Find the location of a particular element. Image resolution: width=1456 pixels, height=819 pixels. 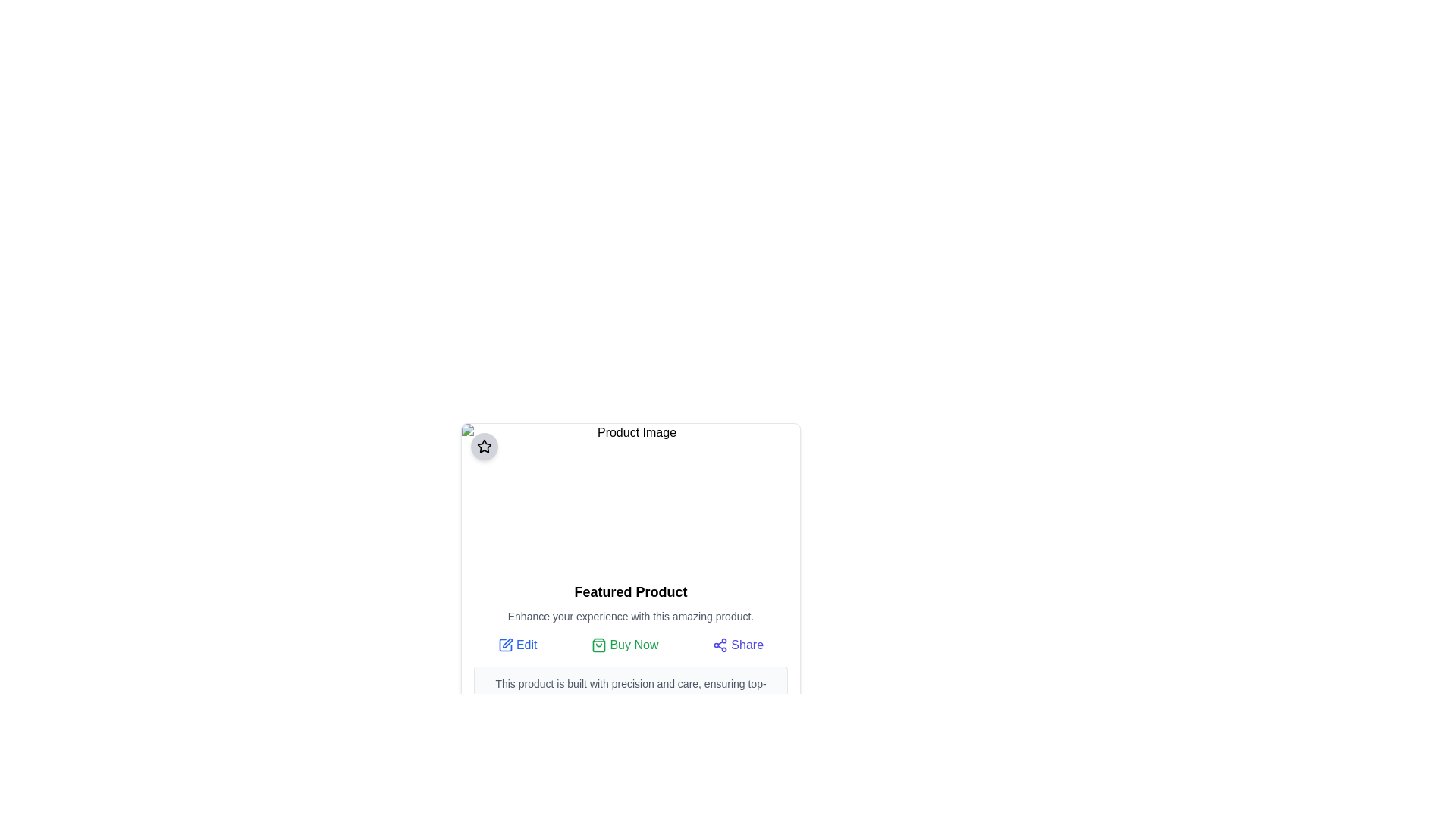

the Text block that serves as a descriptive tagline or subheading located below the 'Featured Product' heading and above the 'Edit', 'Buy Now', and 'Share' interactive elements is located at coordinates (630, 617).